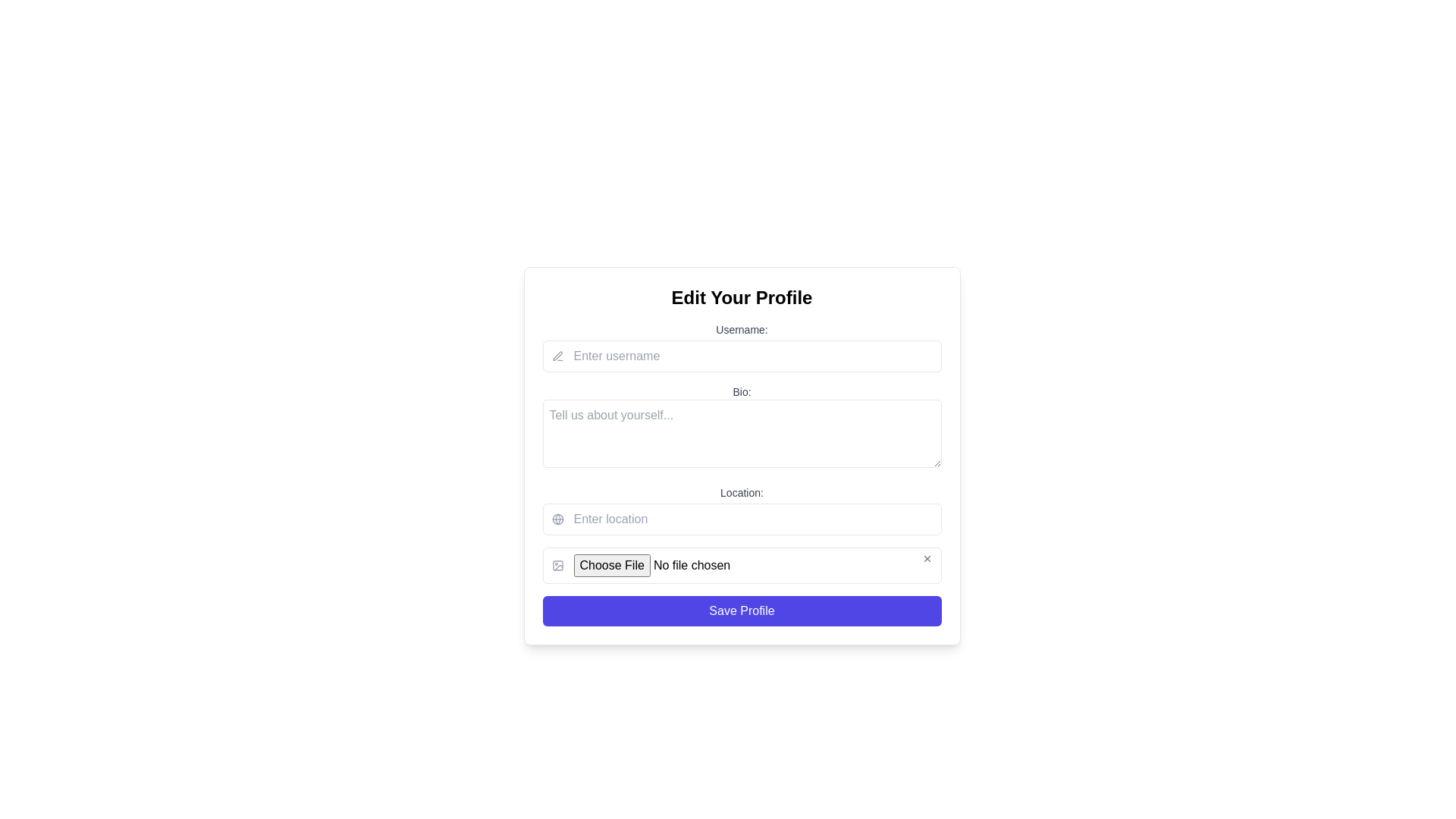 The width and height of the screenshot is (1456, 819). What do you see at coordinates (557, 356) in the screenshot?
I see `the small gray pen icon located at the top-left corner of the 'Enter username' input field in the 'Edit Your Profile' form interface` at bounding box center [557, 356].